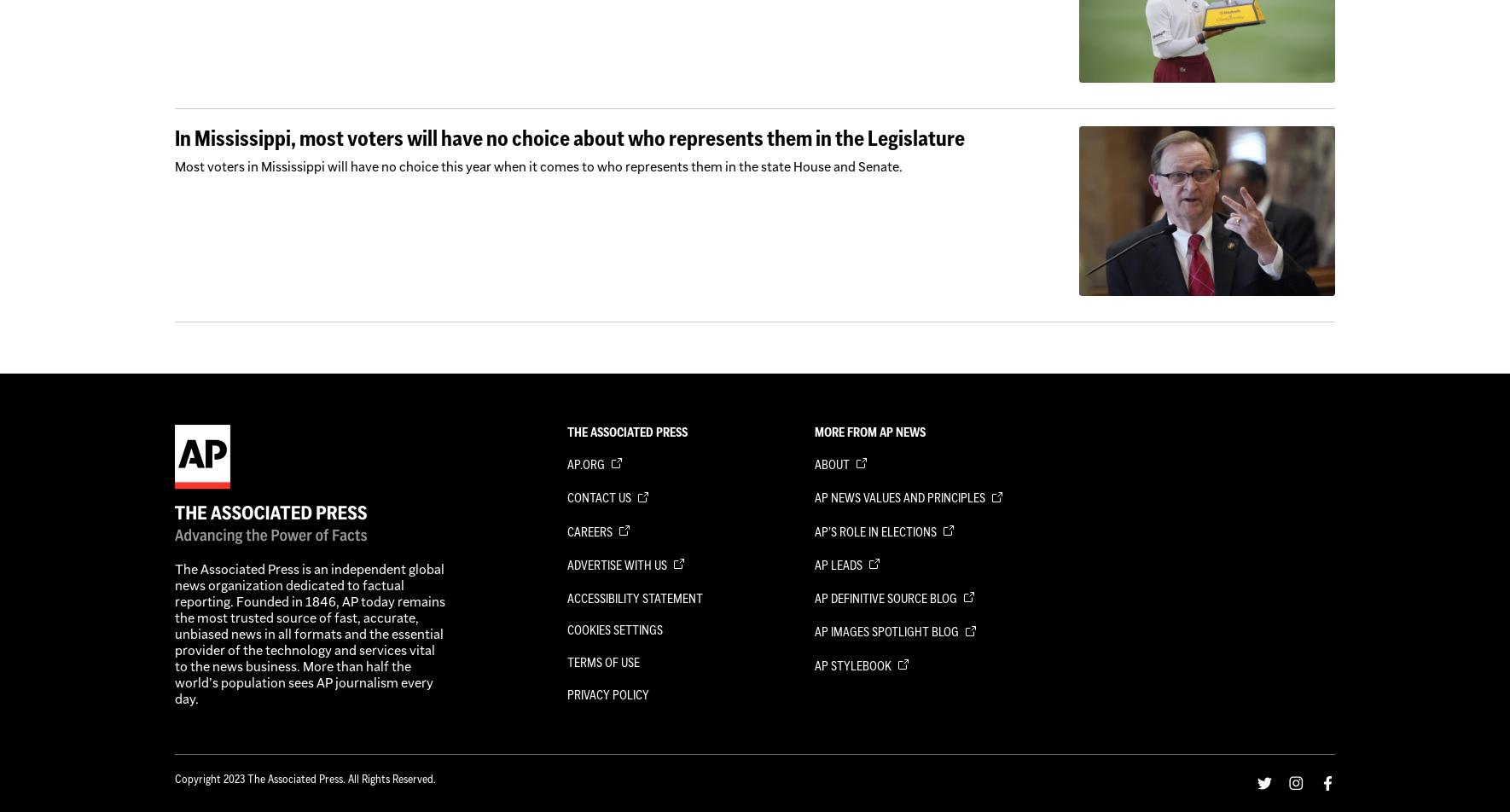  Describe the element at coordinates (839, 565) in the screenshot. I see `'AP Leads'` at that location.